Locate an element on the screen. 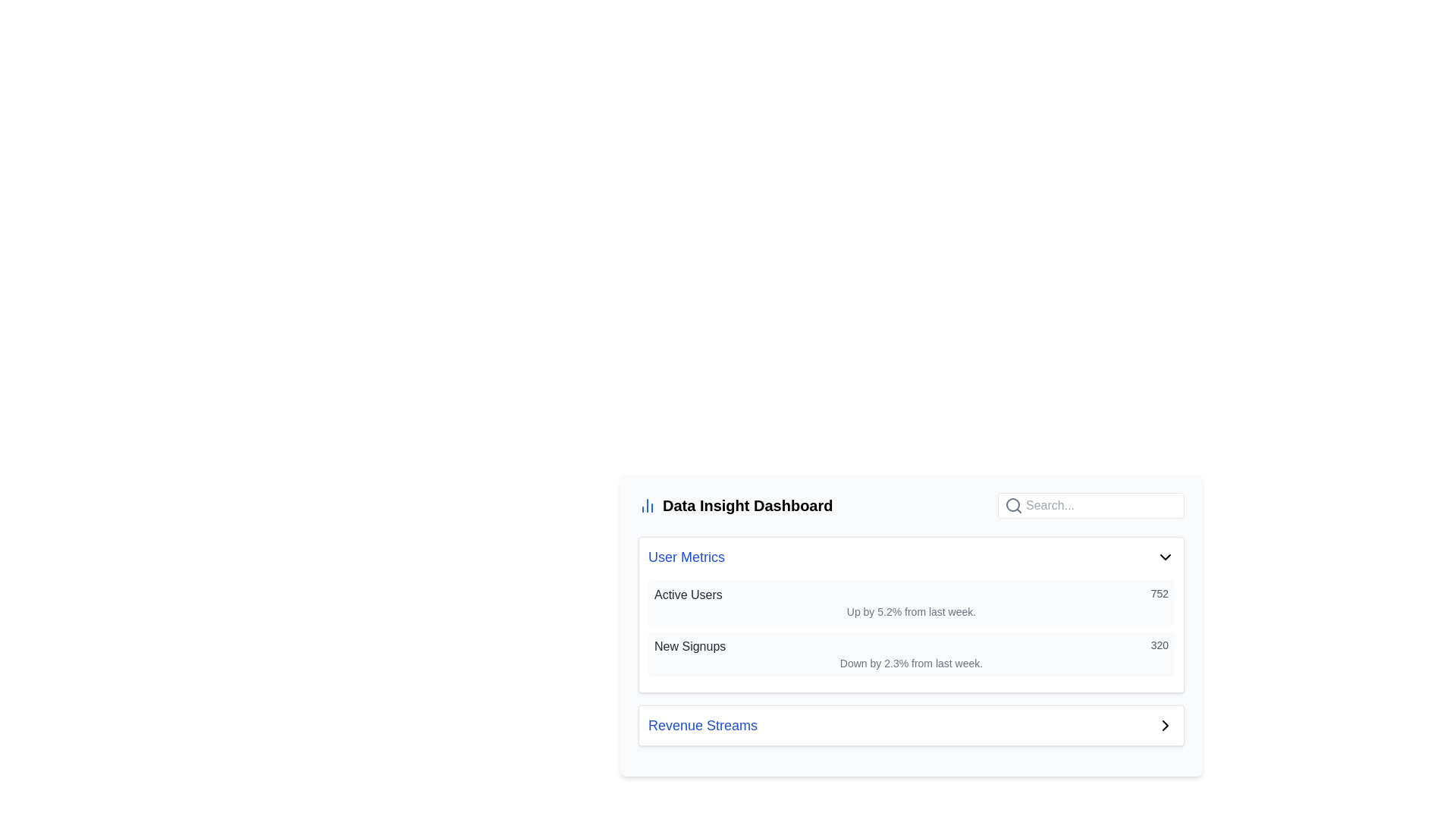  the small right-facing chevron-shaped SVG icon located in the 'Revenue Streams' section at the bottom-right corner of the white card frame is located at coordinates (1164, 724).